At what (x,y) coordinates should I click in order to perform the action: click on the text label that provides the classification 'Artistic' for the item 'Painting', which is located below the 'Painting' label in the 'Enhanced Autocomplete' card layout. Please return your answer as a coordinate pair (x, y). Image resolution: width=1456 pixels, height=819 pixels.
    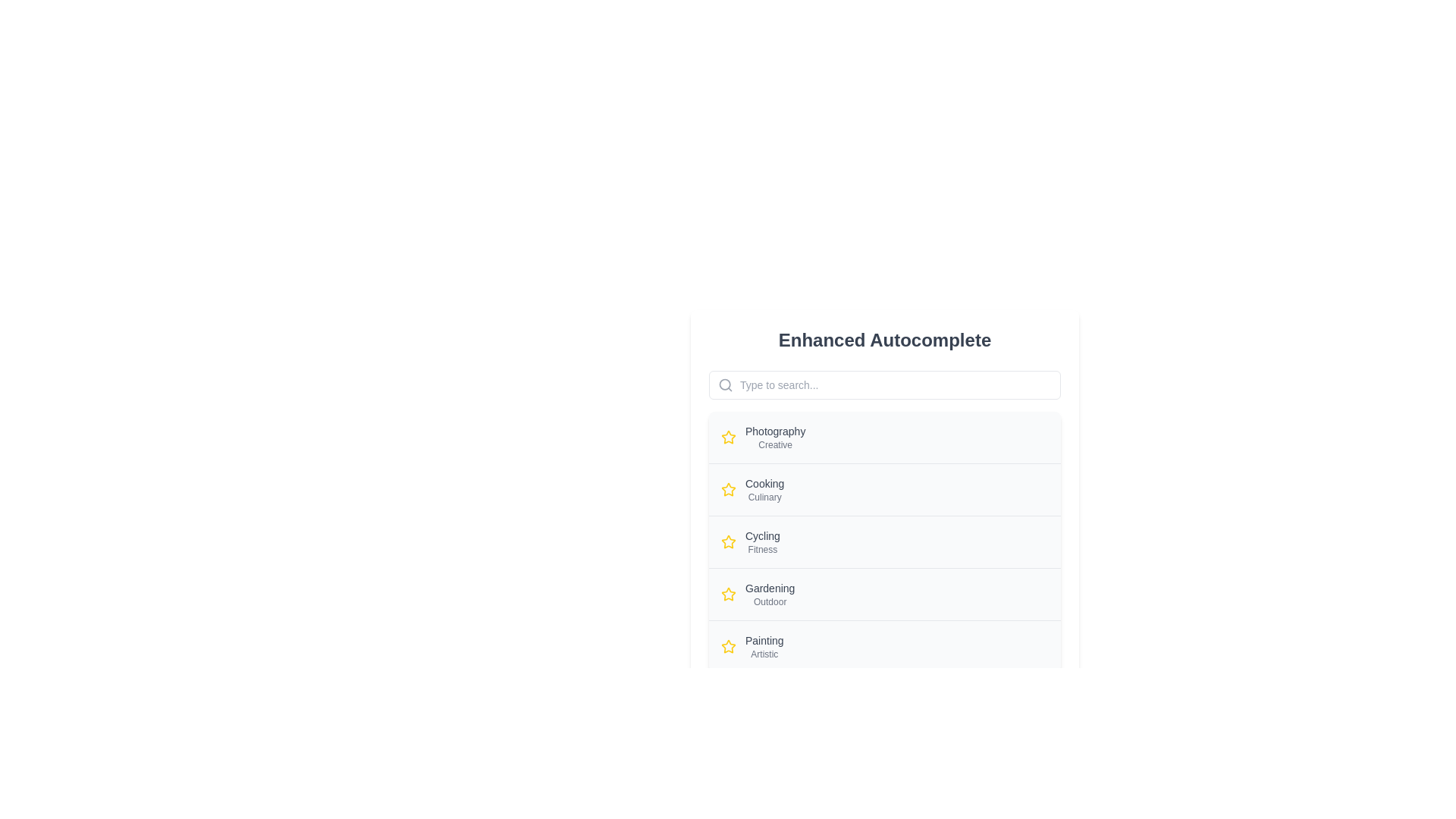
    Looking at the image, I should click on (764, 654).